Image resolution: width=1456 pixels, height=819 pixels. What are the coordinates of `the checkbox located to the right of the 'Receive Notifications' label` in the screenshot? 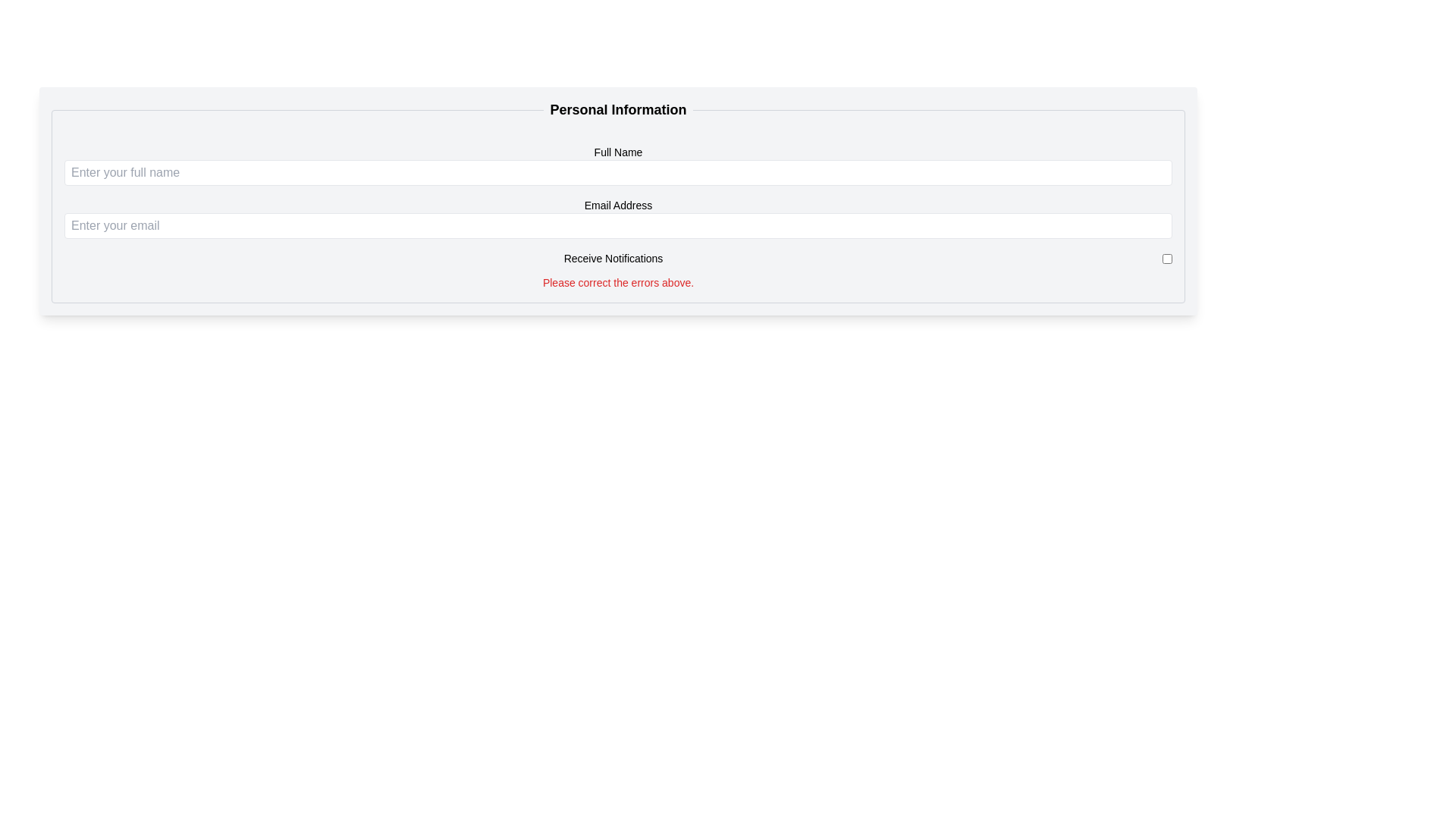 It's located at (1166, 257).